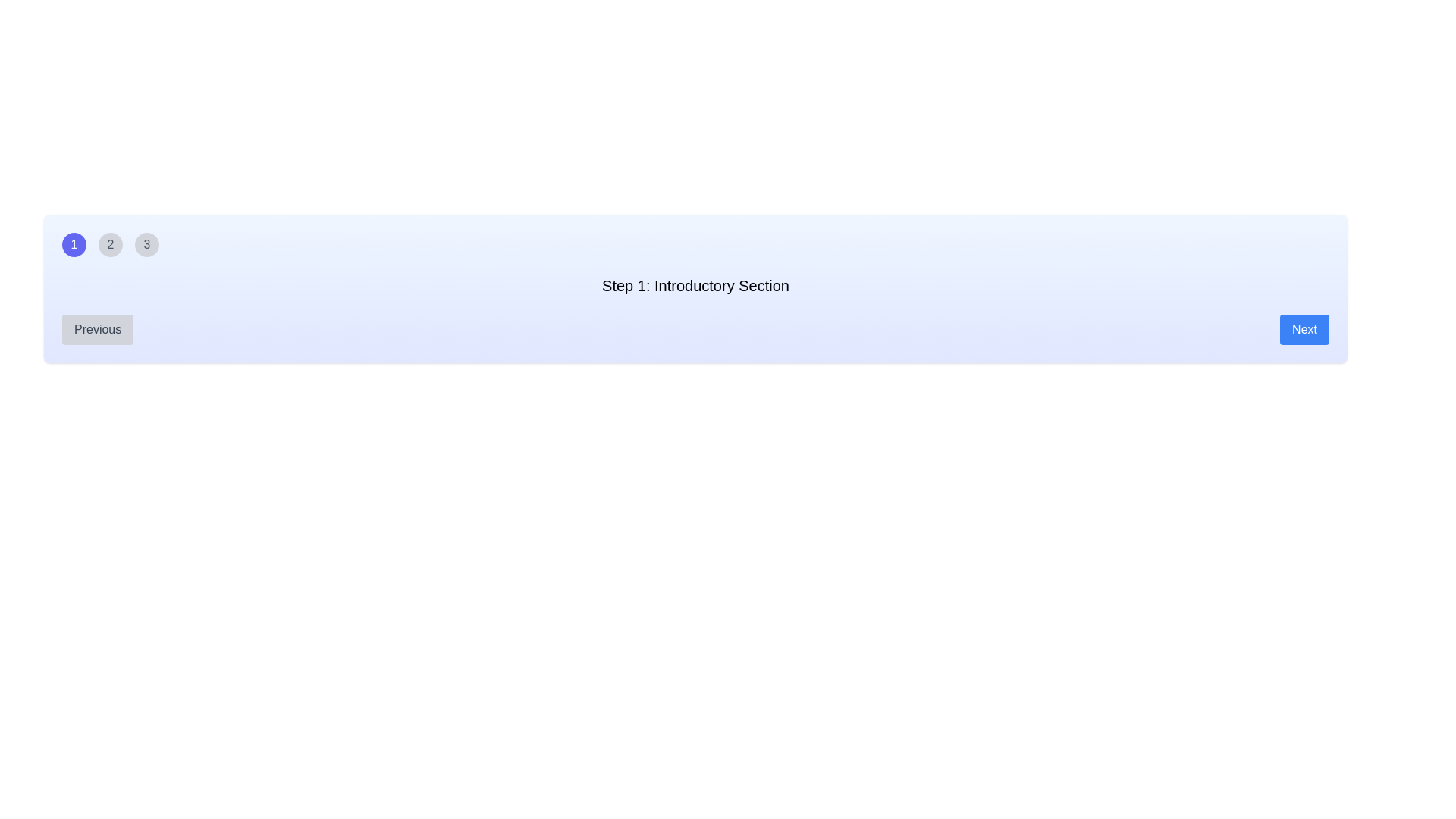 Image resolution: width=1456 pixels, height=819 pixels. I want to click on the circular button labeled '2' with a gray background and a black numeral, positioned between buttons '1' and '3' for keyboard navigation, so click(109, 244).